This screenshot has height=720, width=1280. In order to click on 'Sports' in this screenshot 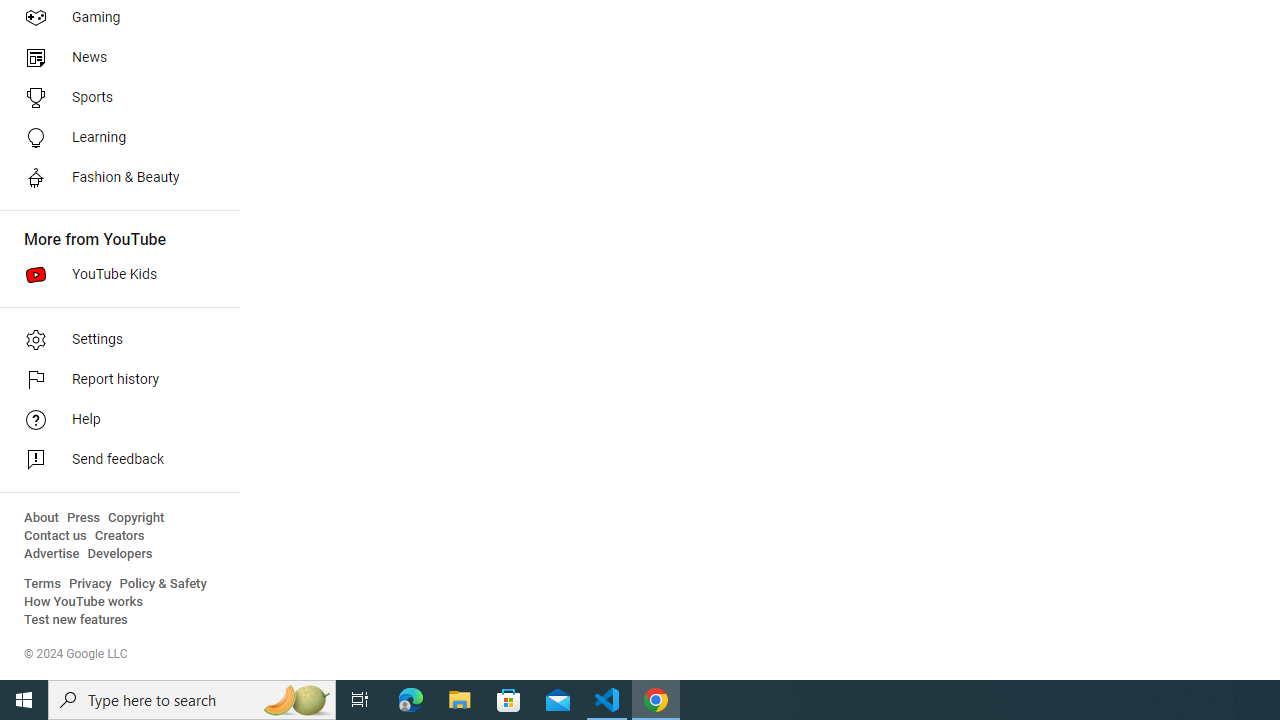, I will do `click(112, 97)`.